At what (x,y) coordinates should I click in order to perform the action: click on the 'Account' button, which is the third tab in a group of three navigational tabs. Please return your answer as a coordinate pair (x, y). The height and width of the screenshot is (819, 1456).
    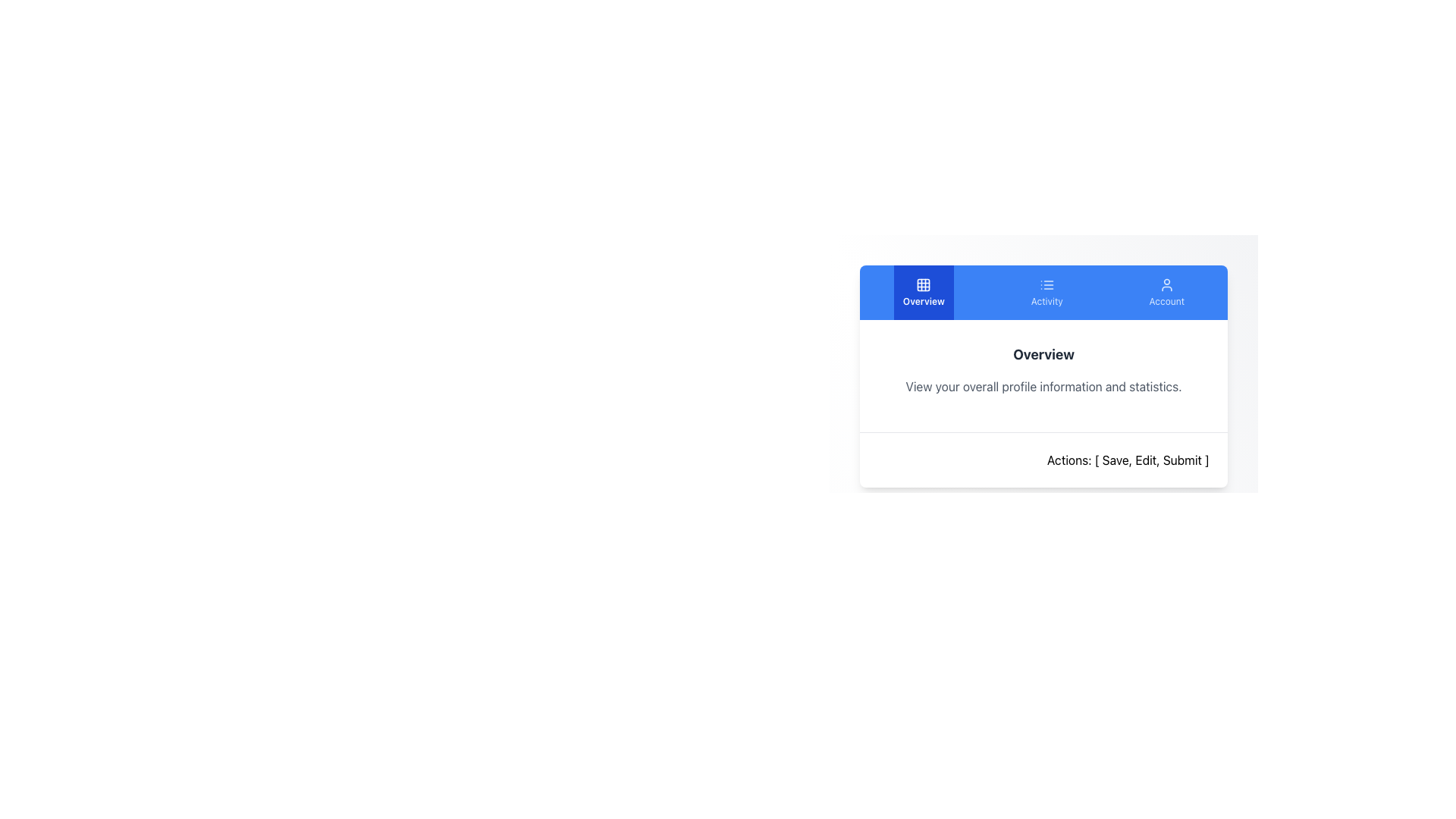
    Looking at the image, I should click on (1166, 292).